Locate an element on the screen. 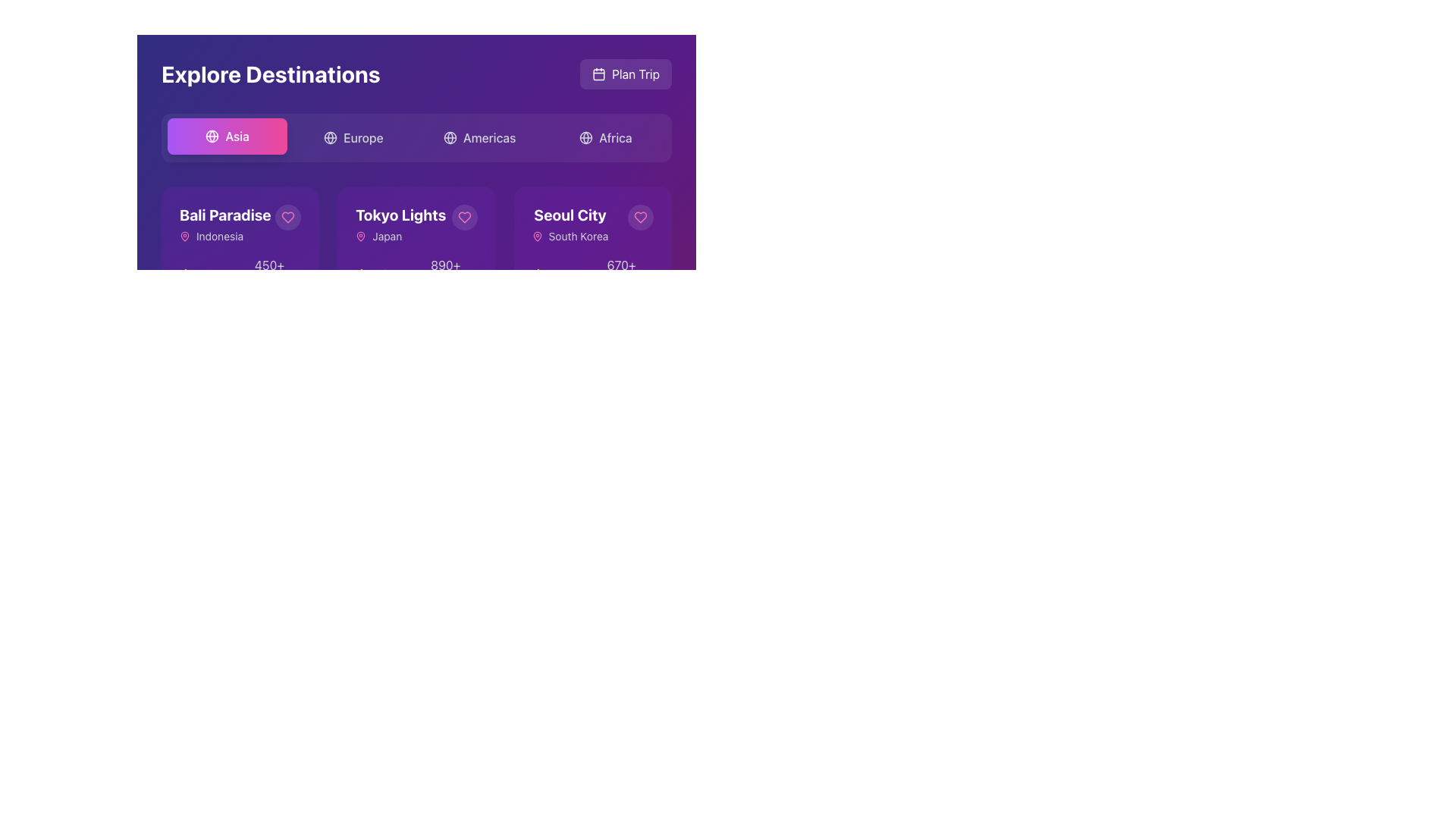 The height and width of the screenshot is (819, 1456). the circular portion of the 'Africa' region icon located in the top navigation bar is located at coordinates (585, 137).